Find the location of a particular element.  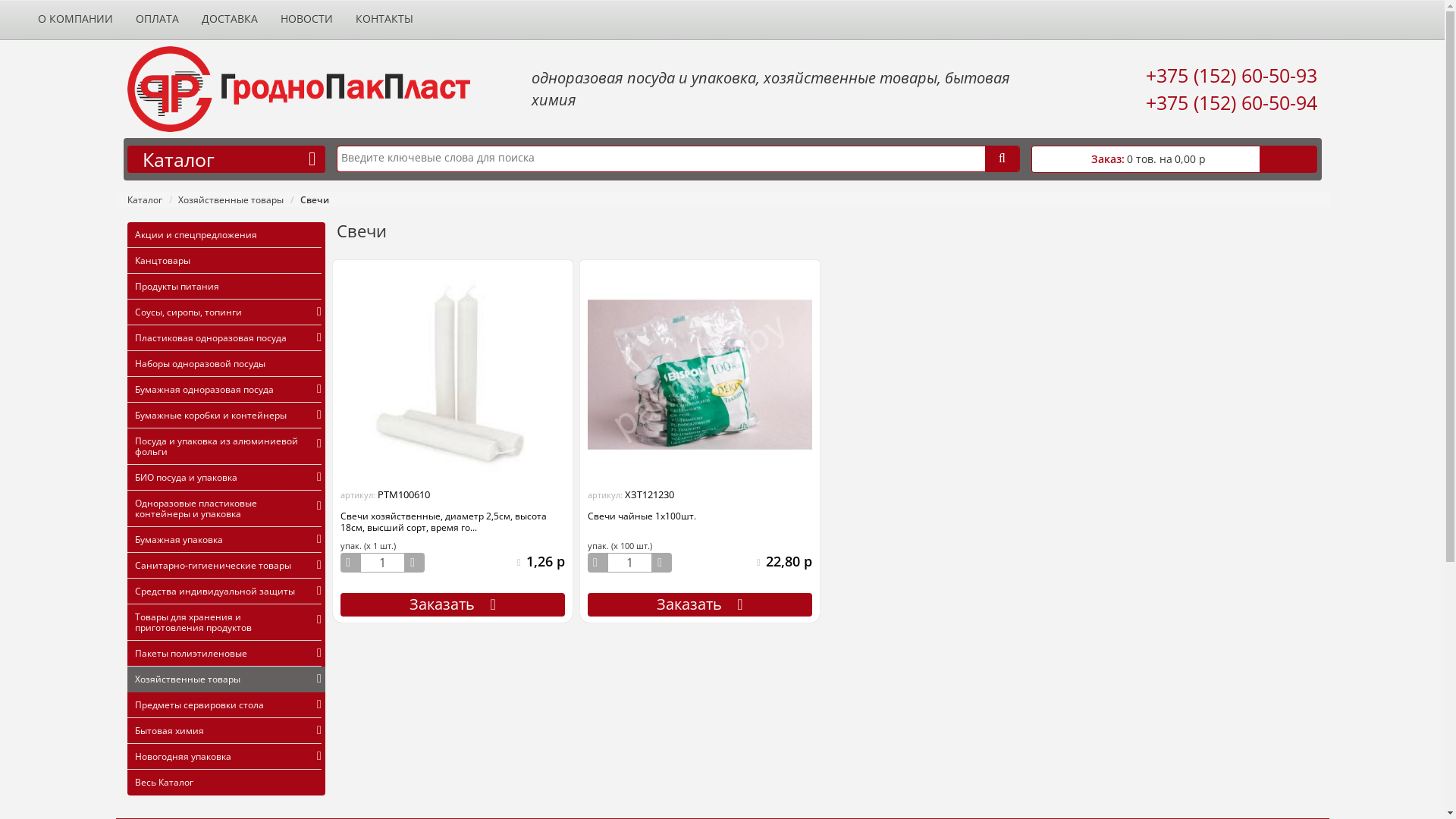

'+375 (152) 60-50-94' is located at coordinates (1146, 102).